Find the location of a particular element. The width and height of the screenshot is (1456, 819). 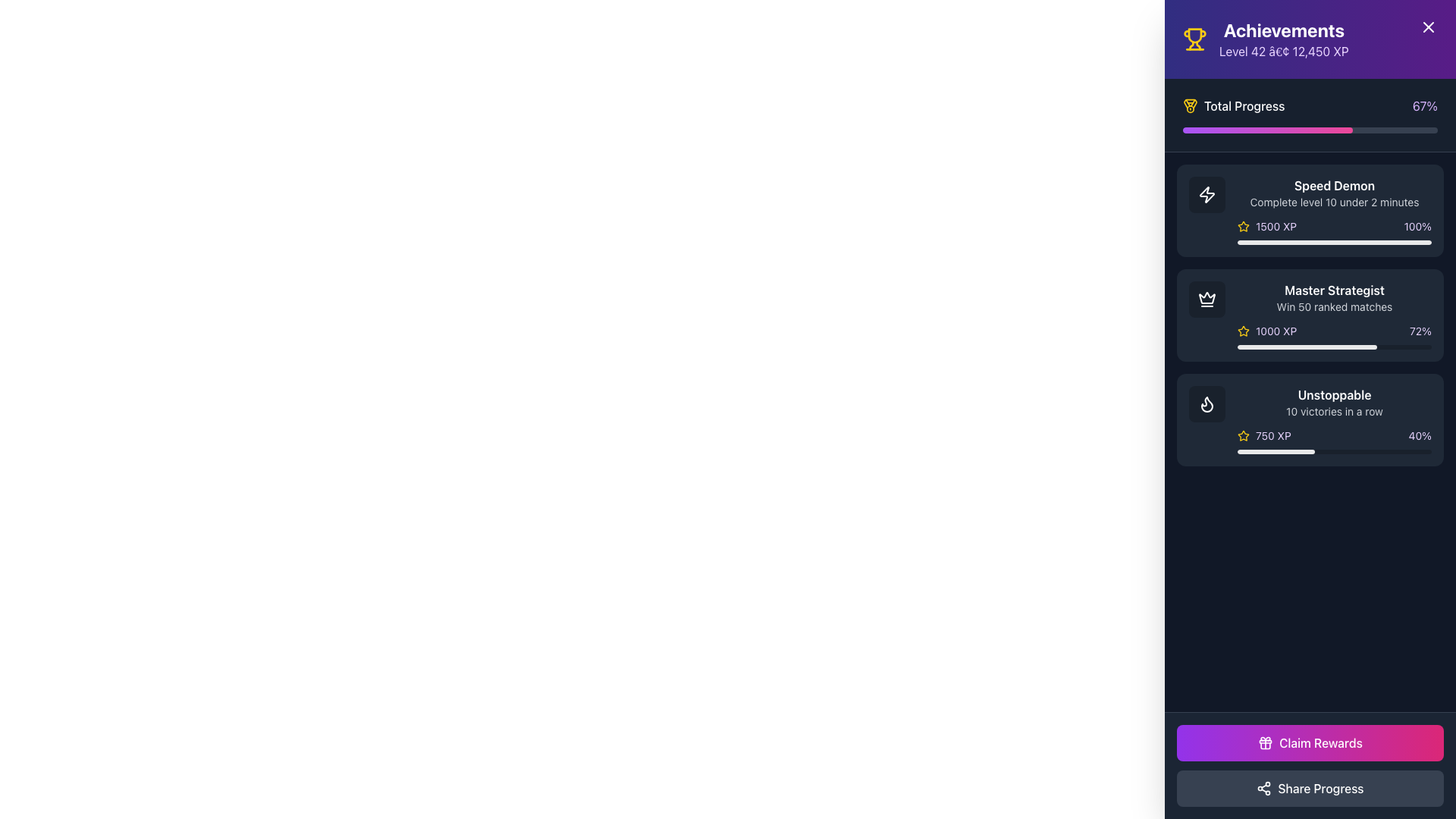

the text element that reads 'Complete level 10 under 2 minutes', which is located beneath the bold header 'Speed Demon' within the highlighted achievement card is located at coordinates (1335, 201).